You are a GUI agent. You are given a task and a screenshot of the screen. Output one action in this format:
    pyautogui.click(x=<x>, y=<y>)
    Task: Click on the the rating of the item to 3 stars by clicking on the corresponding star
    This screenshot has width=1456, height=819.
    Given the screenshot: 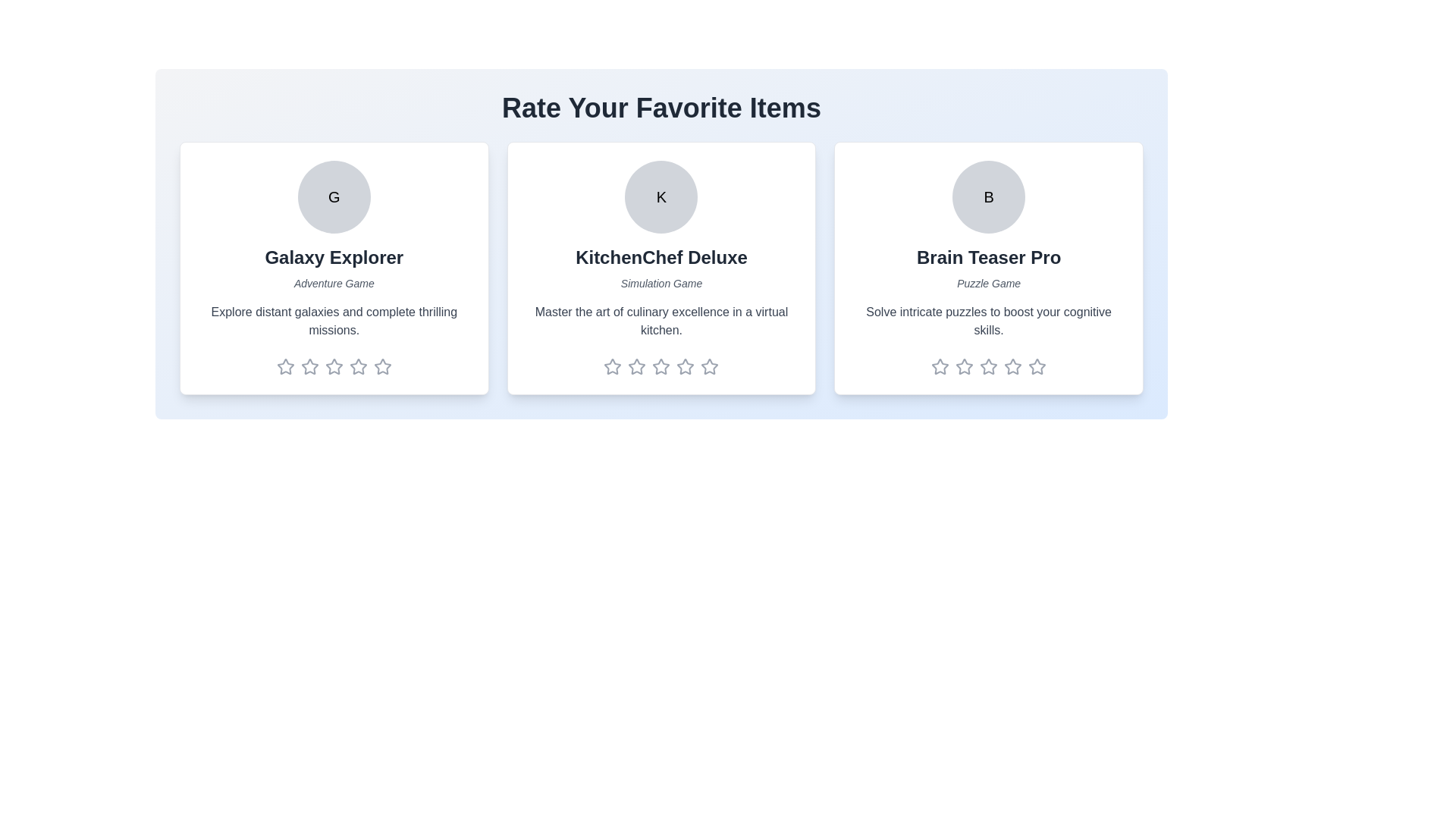 What is the action you would take?
    pyautogui.click(x=333, y=366)
    